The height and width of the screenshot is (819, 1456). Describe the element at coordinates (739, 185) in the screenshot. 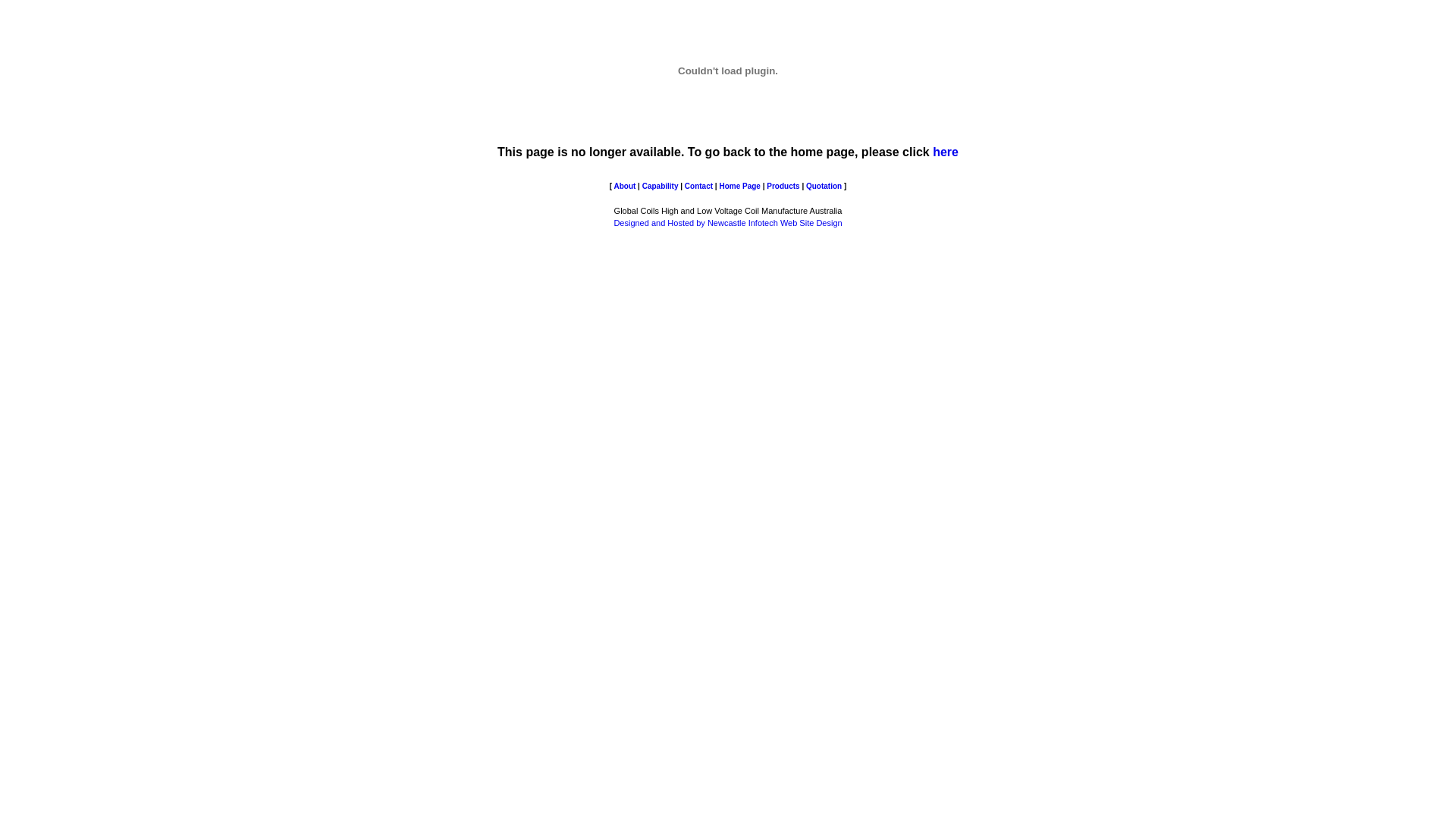

I see `'Home Page'` at that location.